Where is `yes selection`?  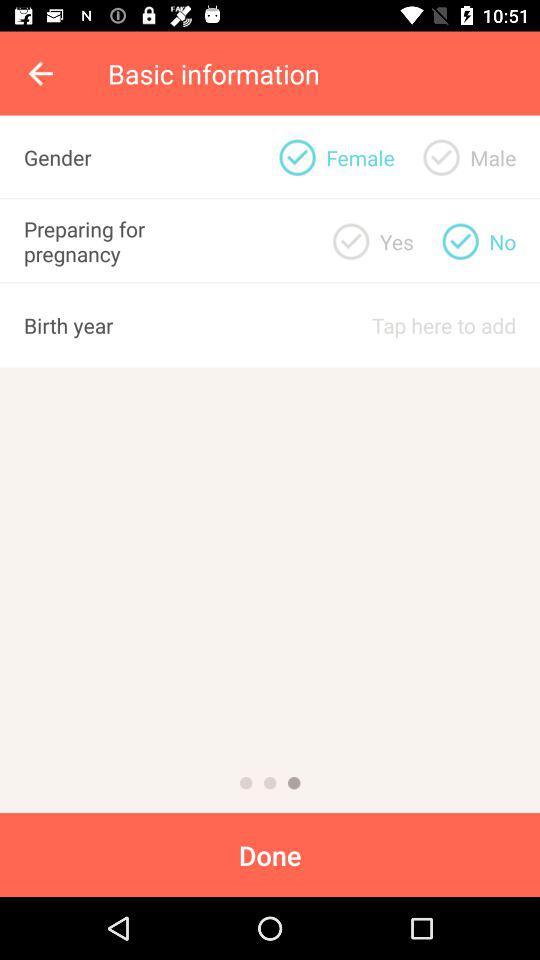 yes selection is located at coordinates (350, 240).